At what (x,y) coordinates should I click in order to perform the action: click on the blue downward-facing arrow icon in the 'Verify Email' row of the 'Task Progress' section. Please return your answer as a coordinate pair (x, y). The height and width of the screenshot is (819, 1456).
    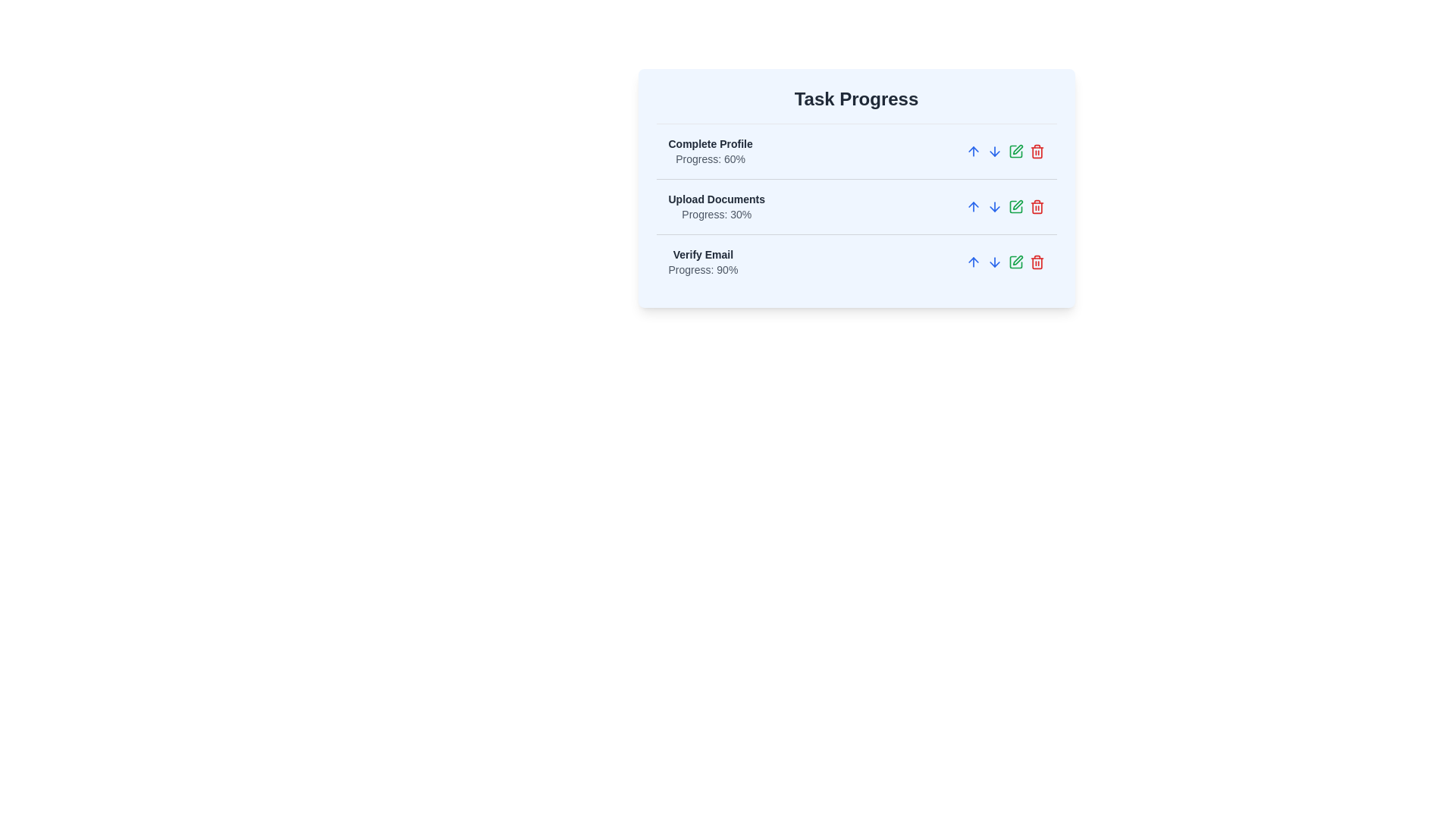
    Looking at the image, I should click on (994, 262).